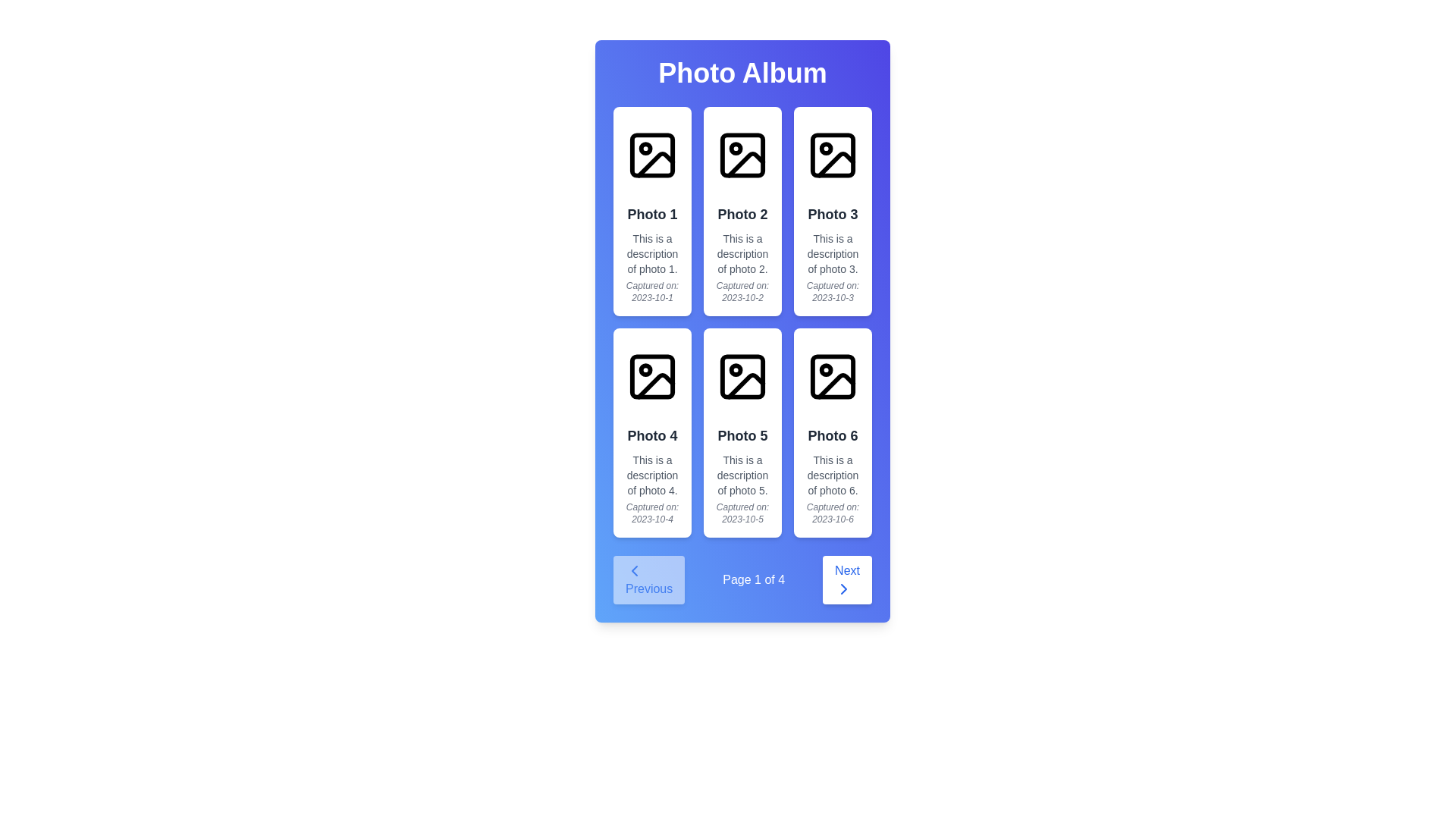 The height and width of the screenshot is (819, 1456). What do you see at coordinates (832, 155) in the screenshot?
I see `the square icon representing a placeholder for an image located at the top of the card for 'Photo 3', which is centered horizontally within its card` at bounding box center [832, 155].